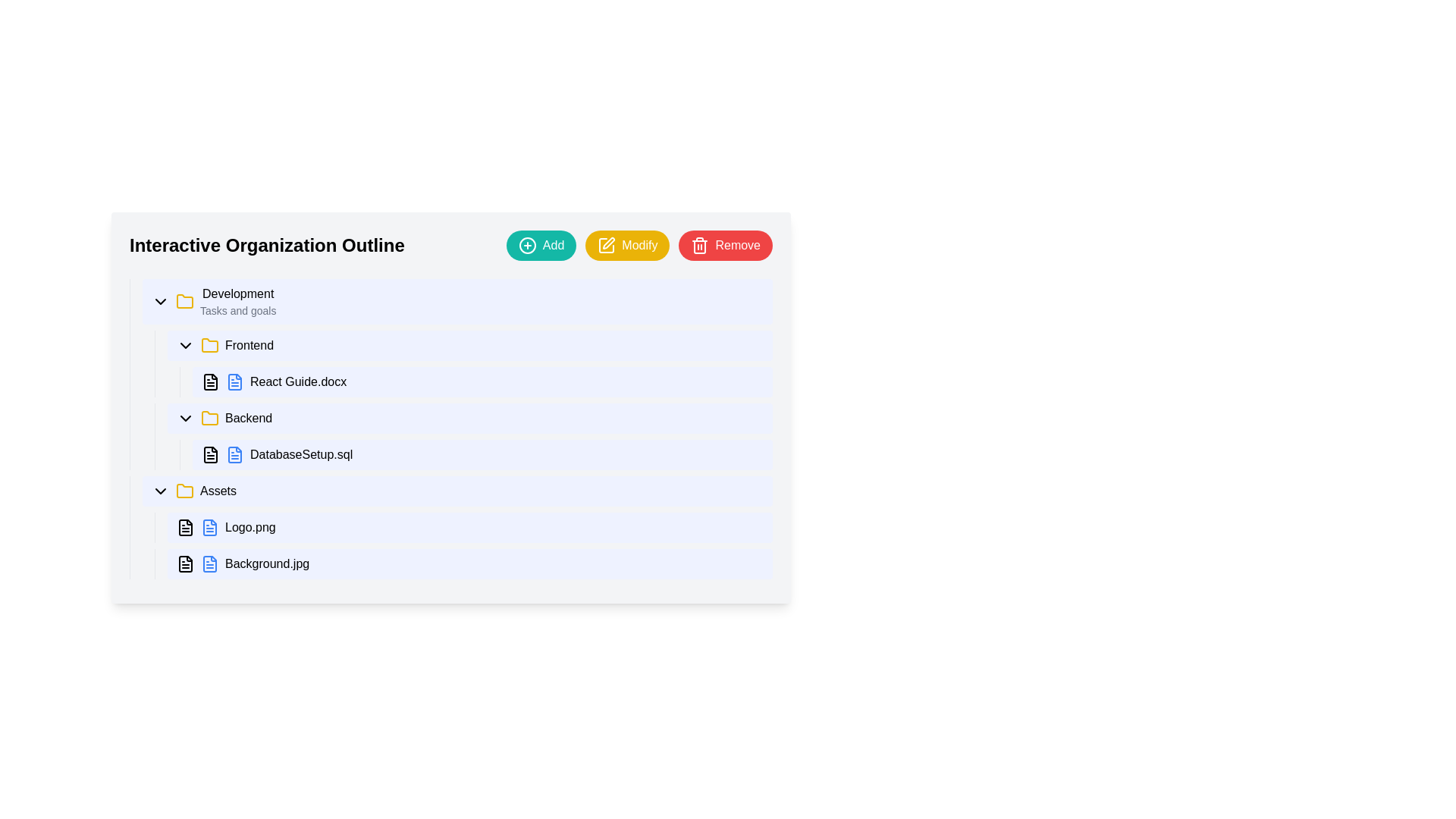  Describe the element at coordinates (248, 418) in the screenshot. I see `the 'Backend' text label` at that location.